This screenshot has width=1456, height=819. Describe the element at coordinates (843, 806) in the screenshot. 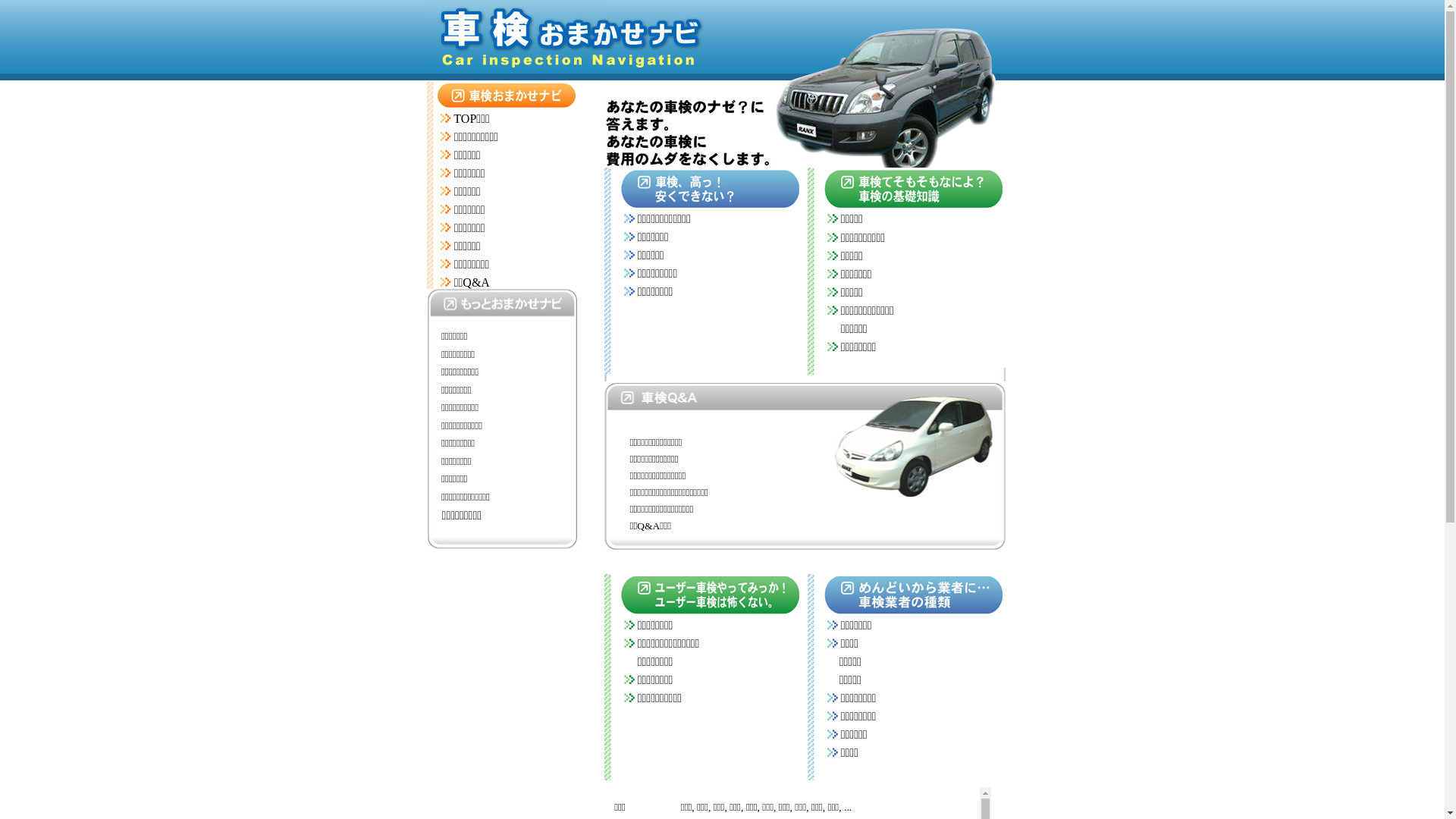

I see `'...'` at that location.